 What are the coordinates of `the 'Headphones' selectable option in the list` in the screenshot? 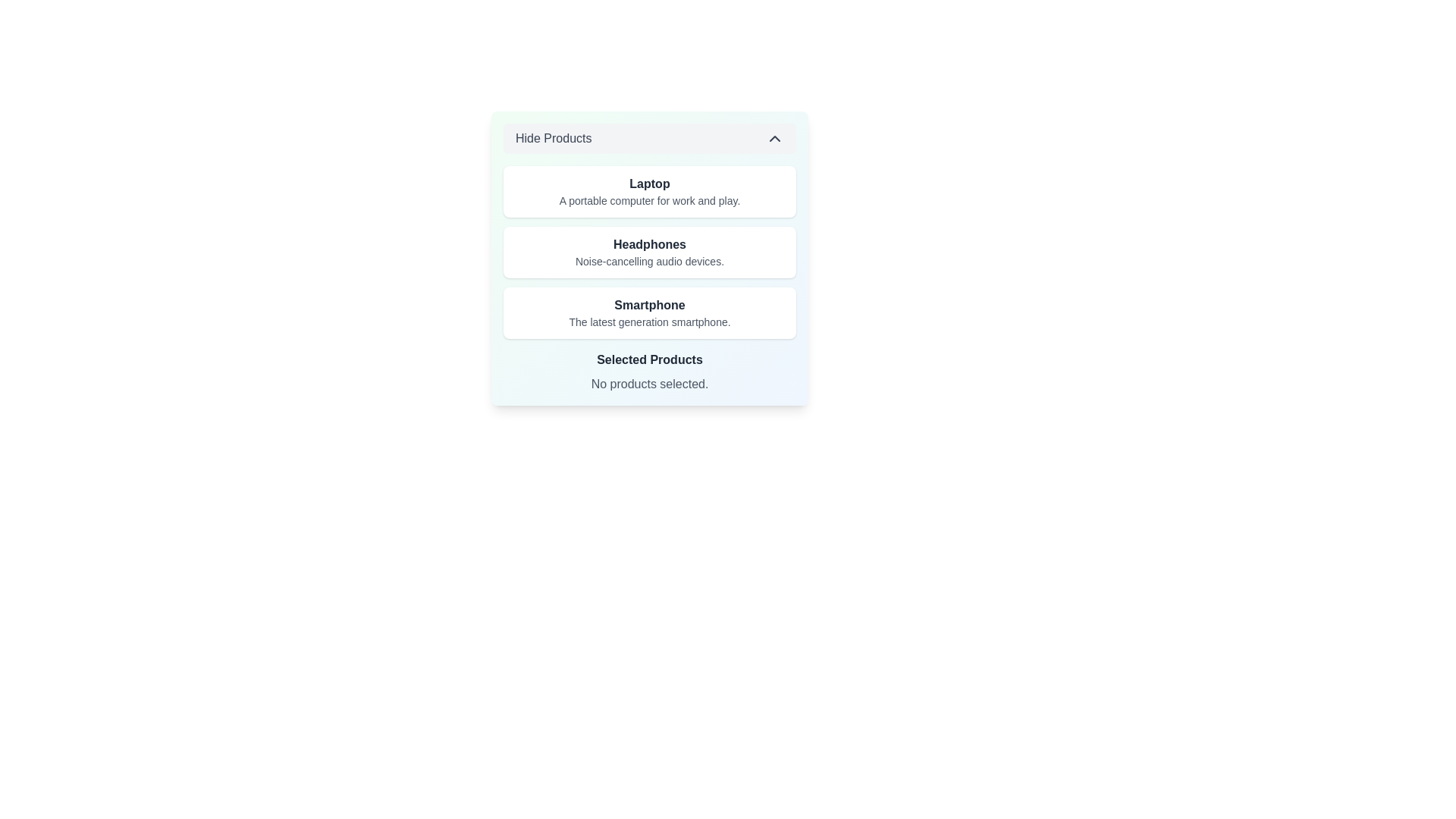 It's located at (650, 251).